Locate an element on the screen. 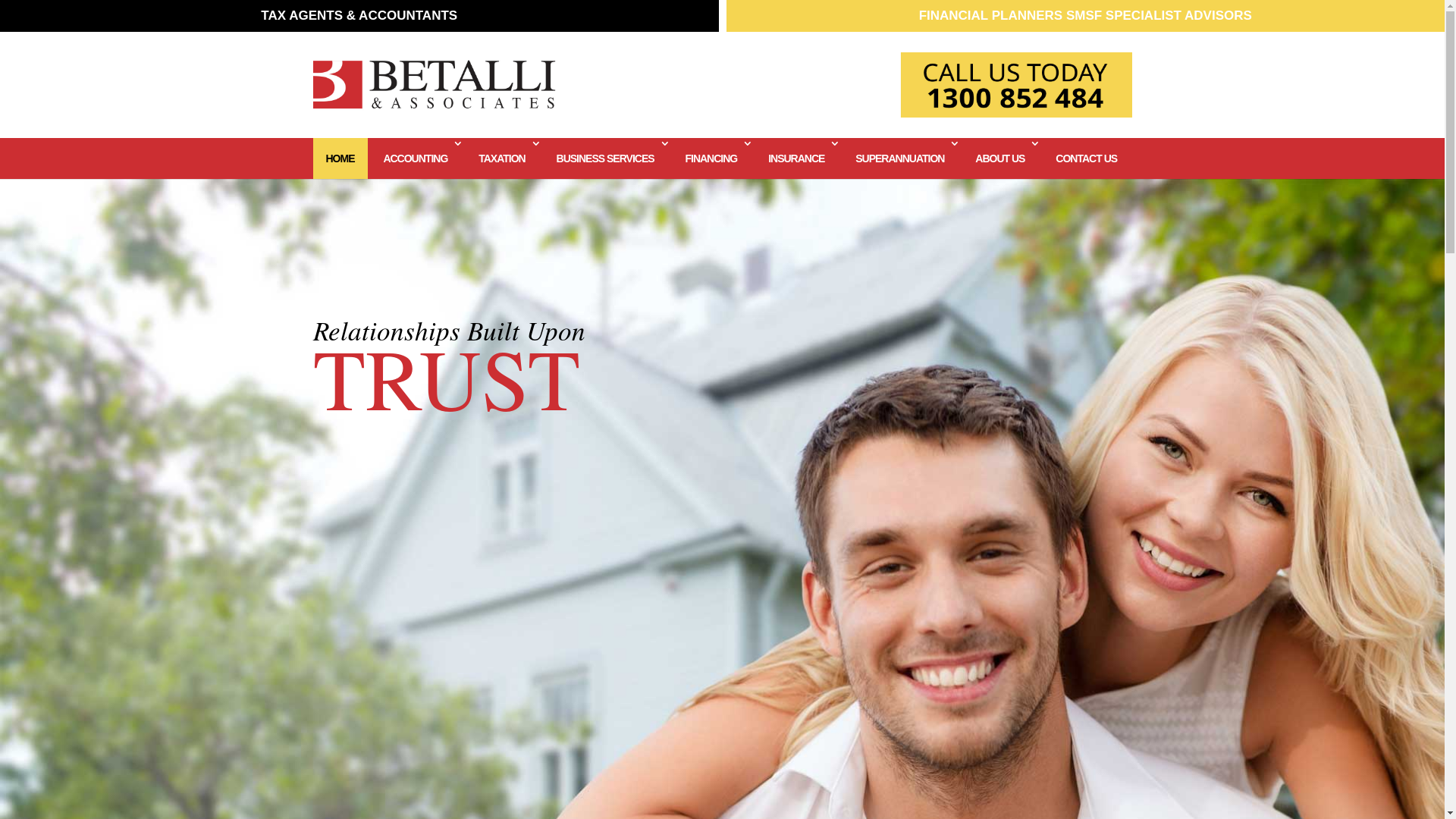 This screenshot has height=819, width=1456. 'BUSINESS SERVICES' is located at coordinates (607, 158).